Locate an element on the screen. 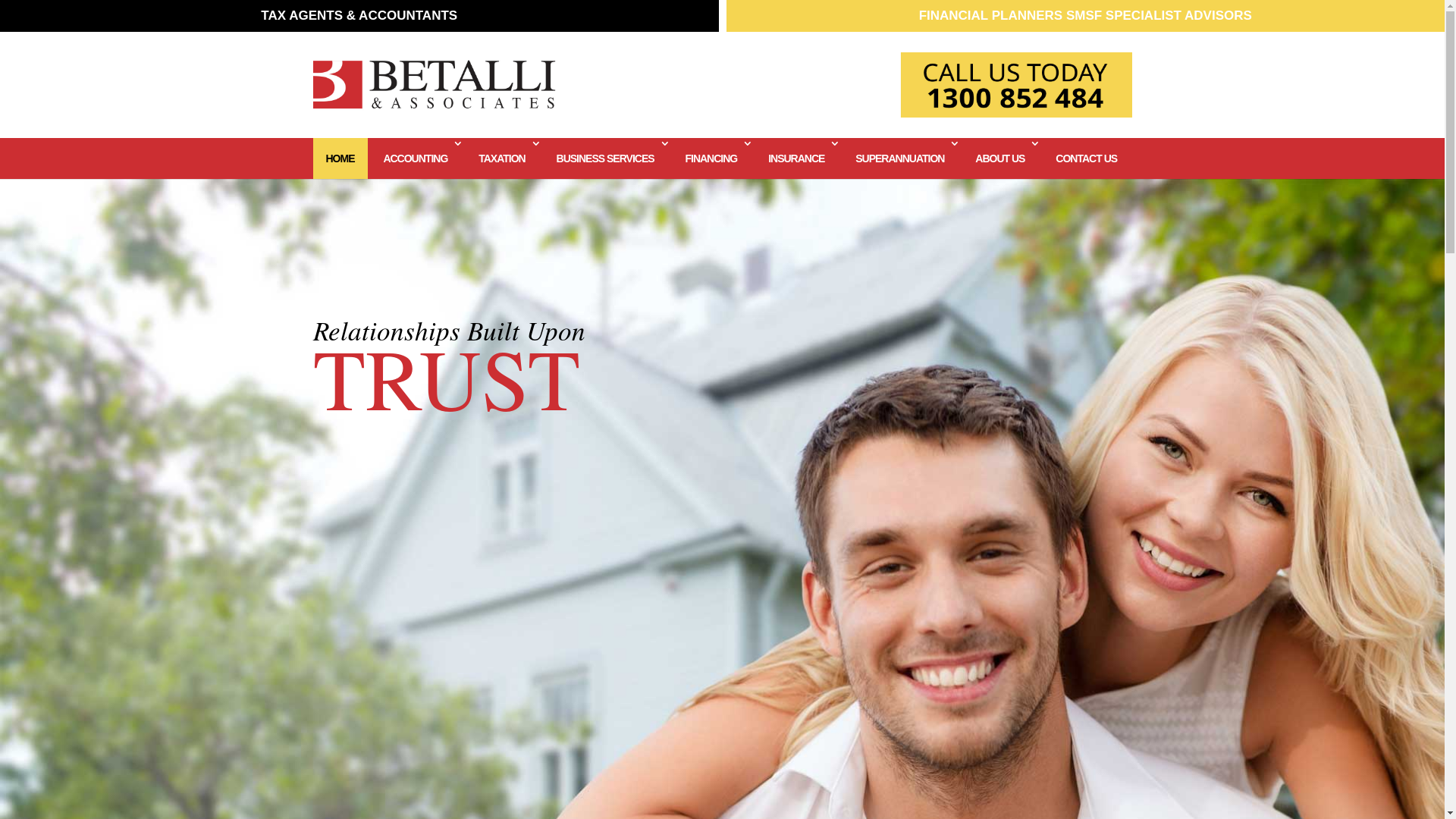 This screenshot has height=819, width=1456. 'BUSINESS SERVICES' is located at coordinates (607, 158).